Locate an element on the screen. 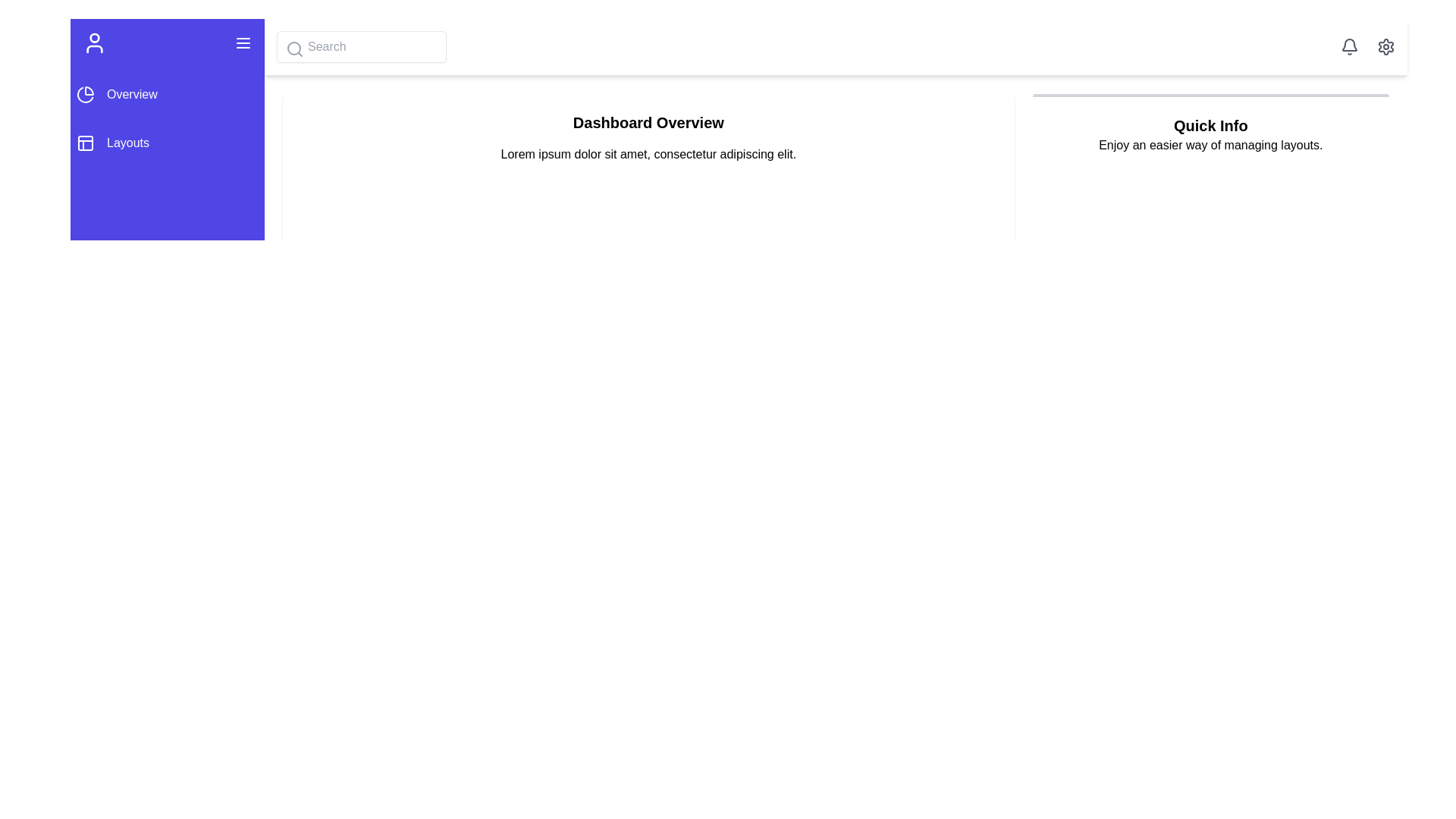  the graphical indicator, which is a circular shape located within the user profile icon in the left sidebar, representing the head of a user figure is located at coordinates (93, 37).